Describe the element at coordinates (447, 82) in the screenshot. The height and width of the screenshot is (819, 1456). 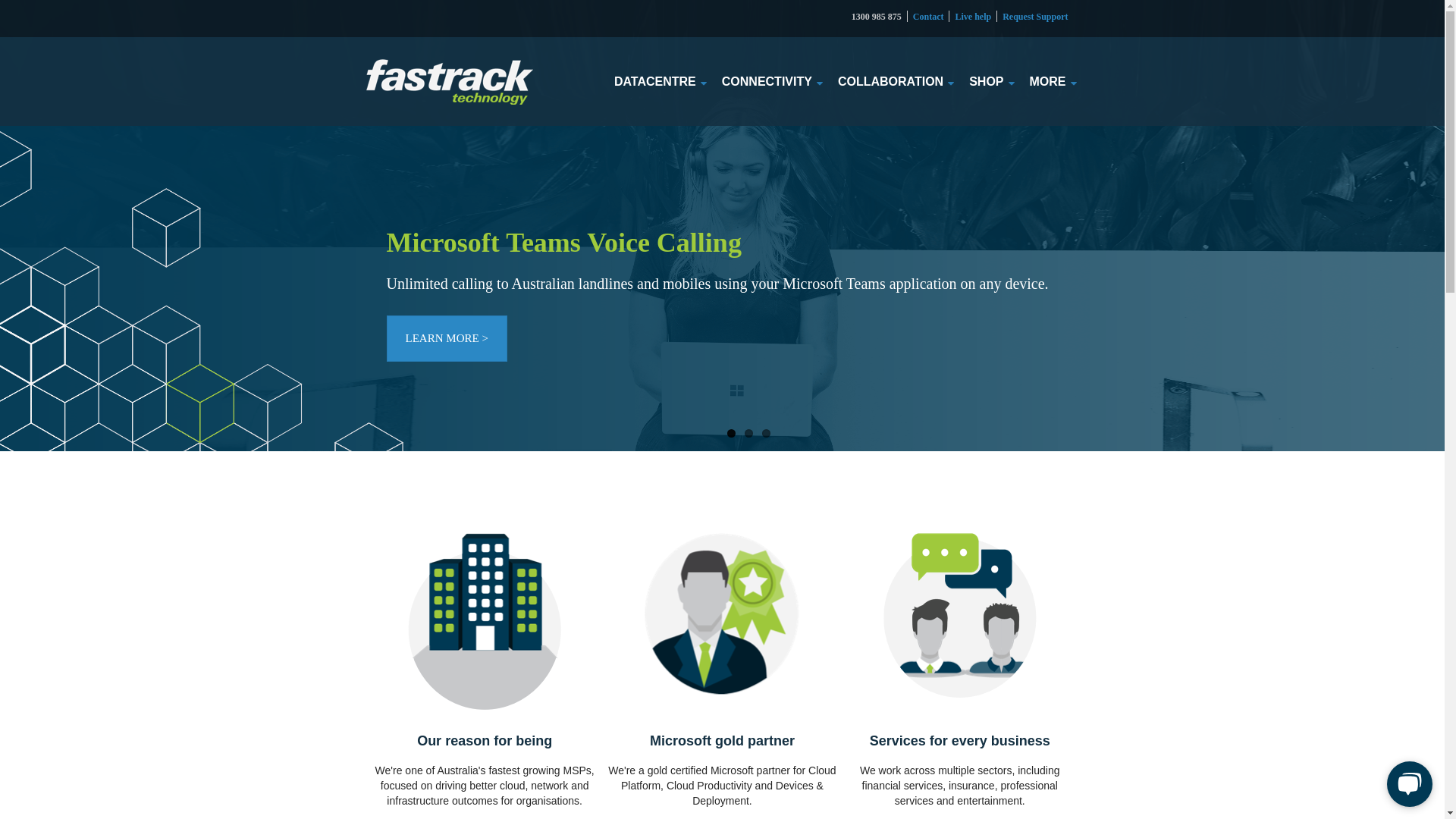
I see `'Logo_dark-bg_300px.png'` at that location.